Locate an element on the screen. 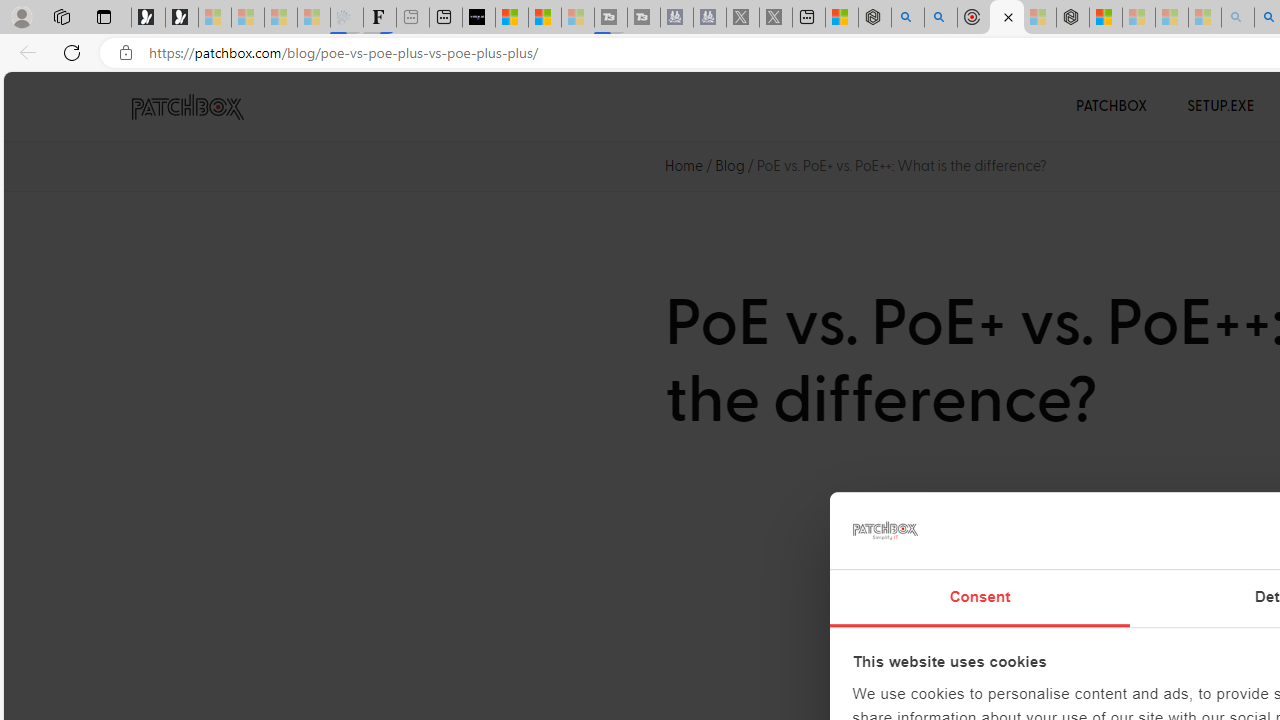  'New tab - Sleeping' is located at coordinates (411, 17).